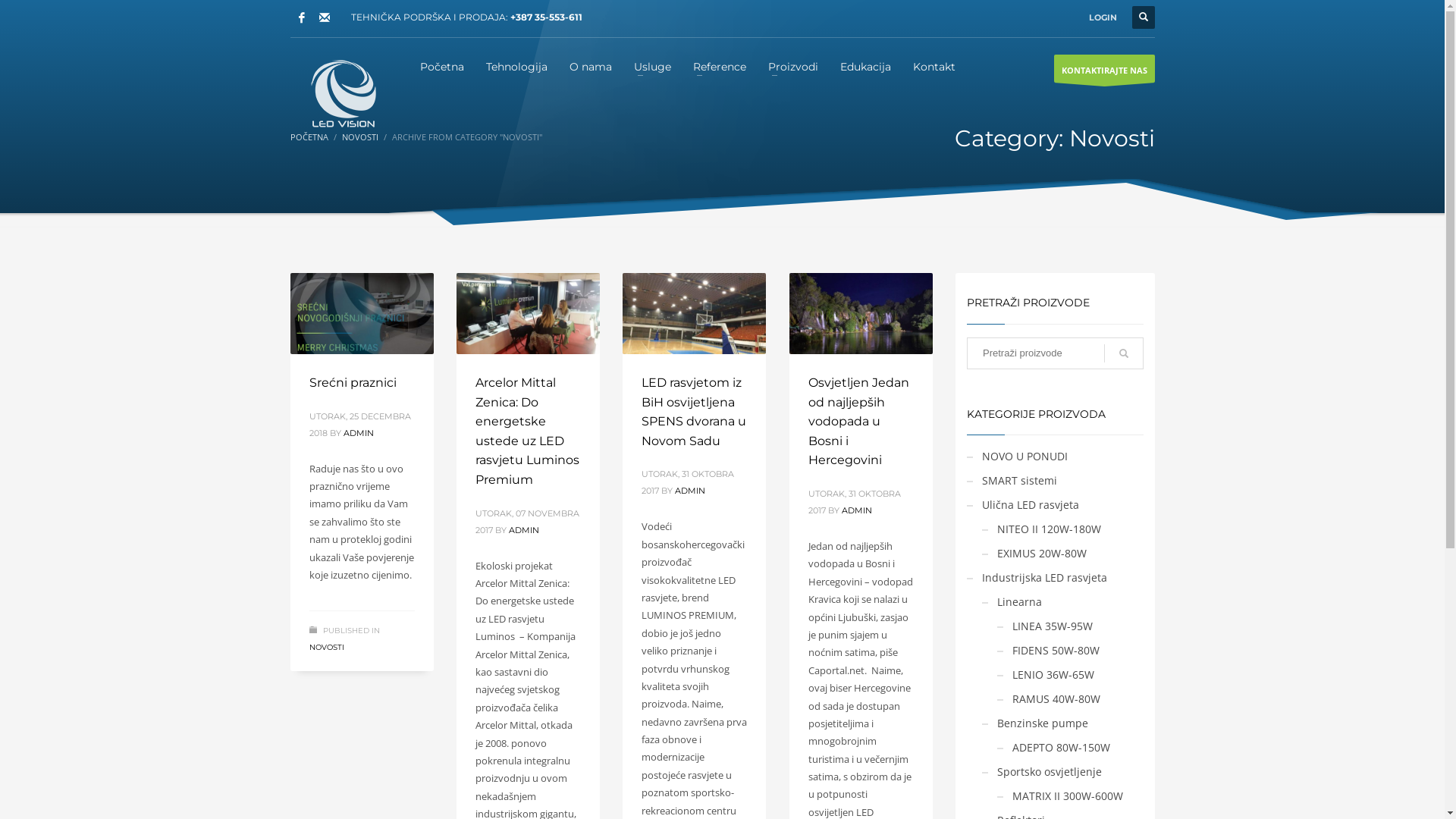 The height and width of the screenshot is (819, 1456). I want to click on 'Kontakt', so click(934, 65).